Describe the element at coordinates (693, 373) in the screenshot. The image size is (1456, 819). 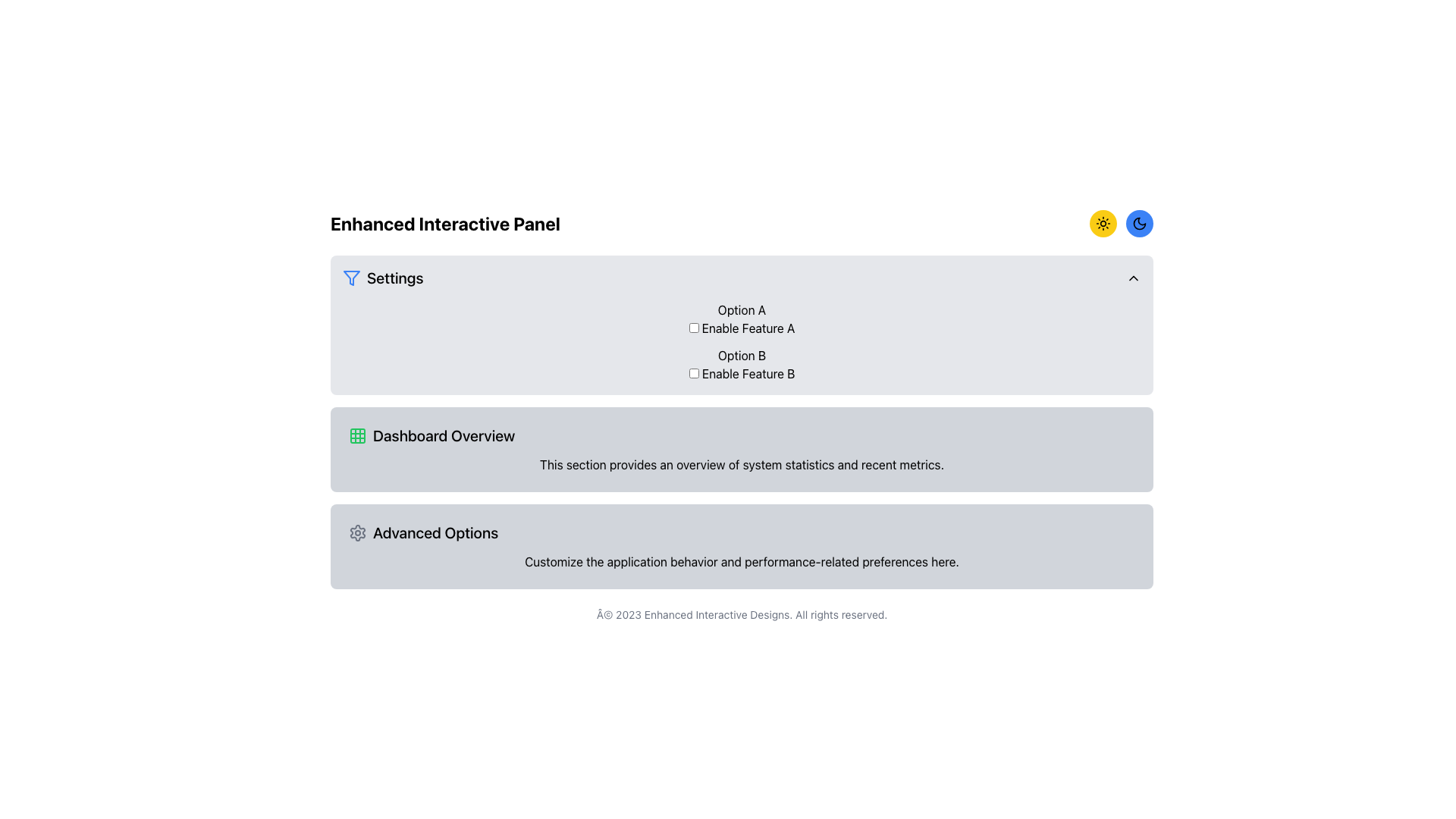
I see `the checkbox` at that location.